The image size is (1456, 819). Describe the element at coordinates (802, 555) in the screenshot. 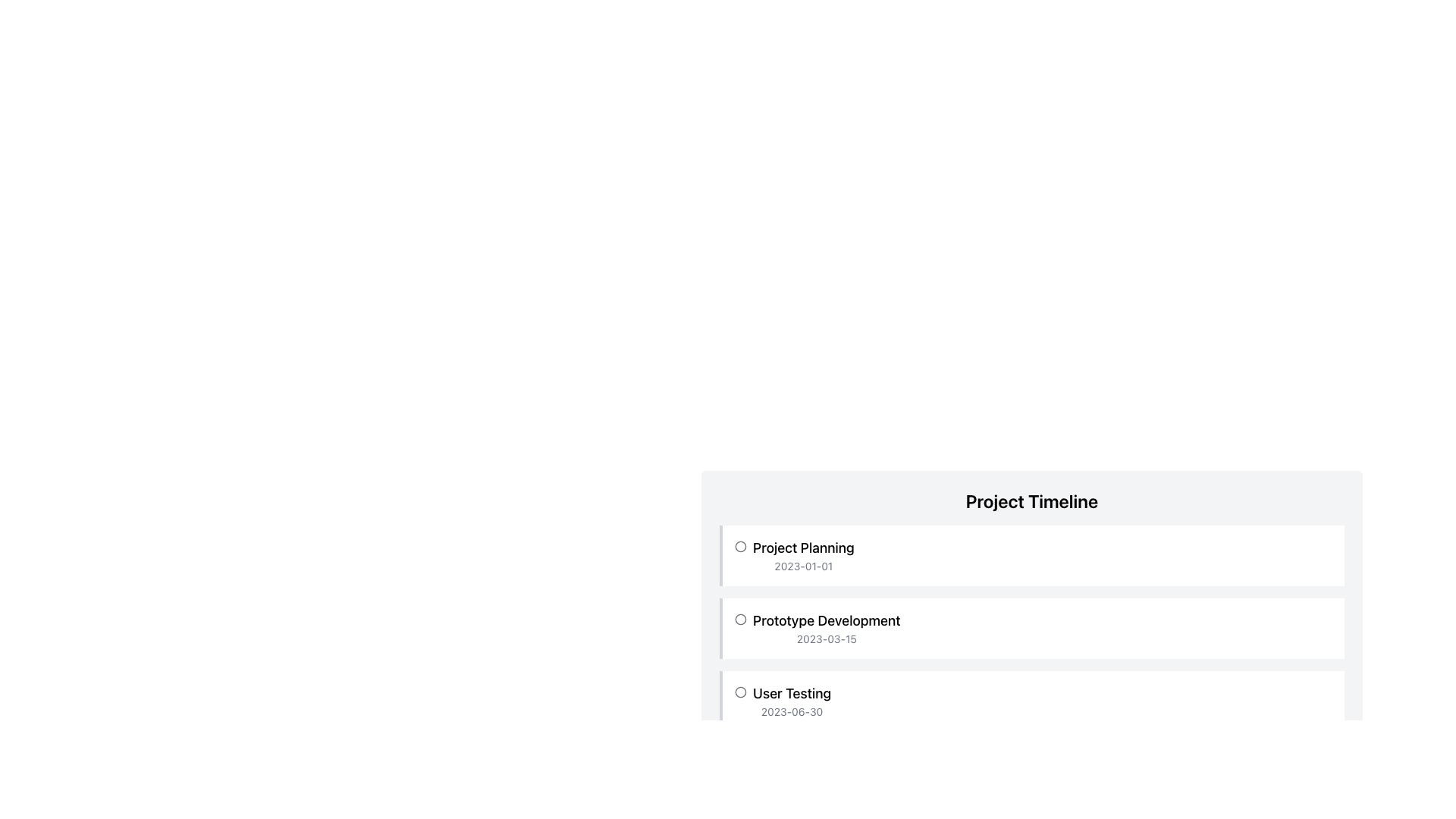

I see `project name 'Project Planning' and the date '2023-01-01' from the uppermost list entry in the vertical list under the heading 'Project Timeline'` at that location.